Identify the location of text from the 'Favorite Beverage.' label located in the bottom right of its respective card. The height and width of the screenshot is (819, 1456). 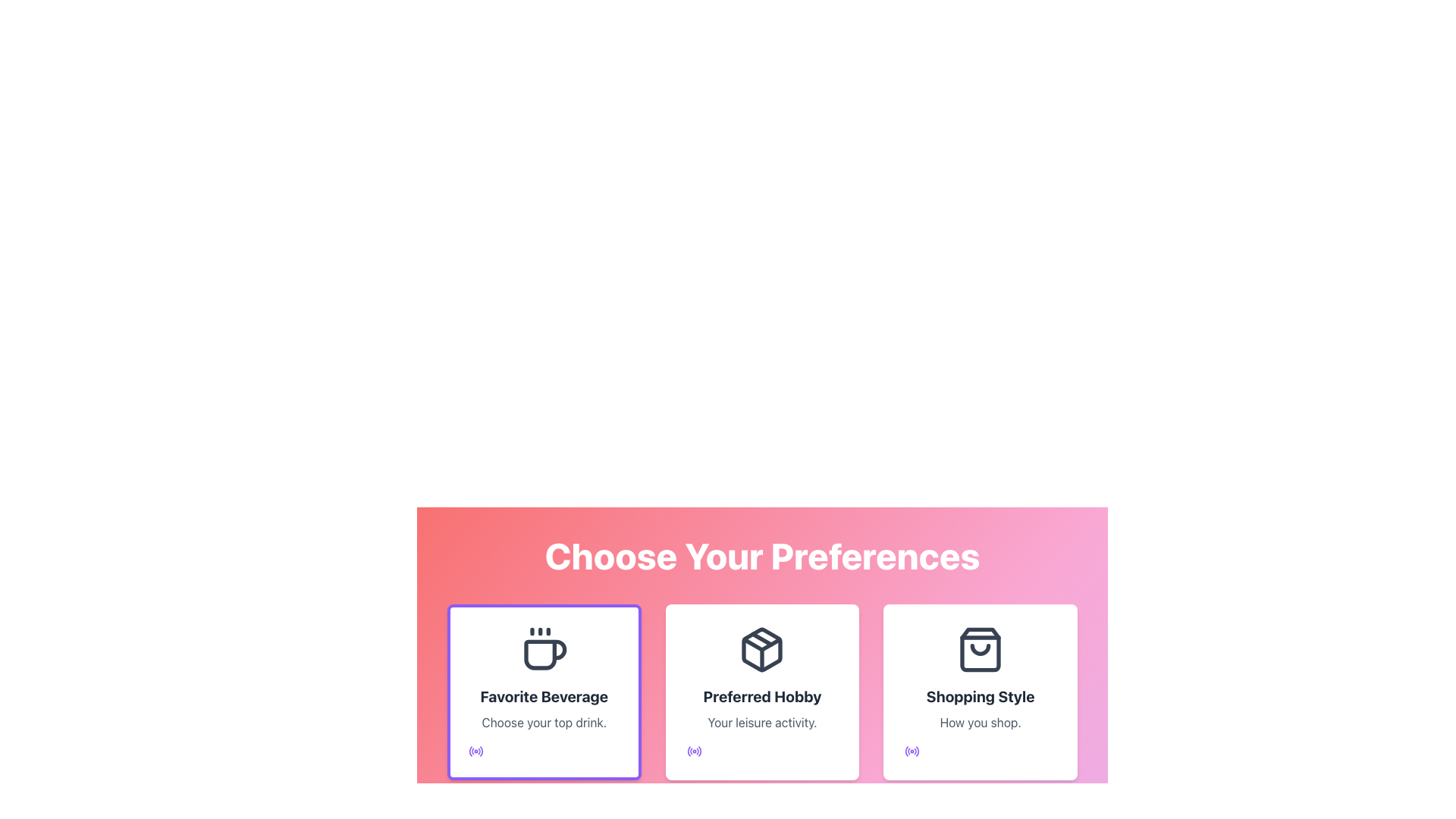
(544, 696).